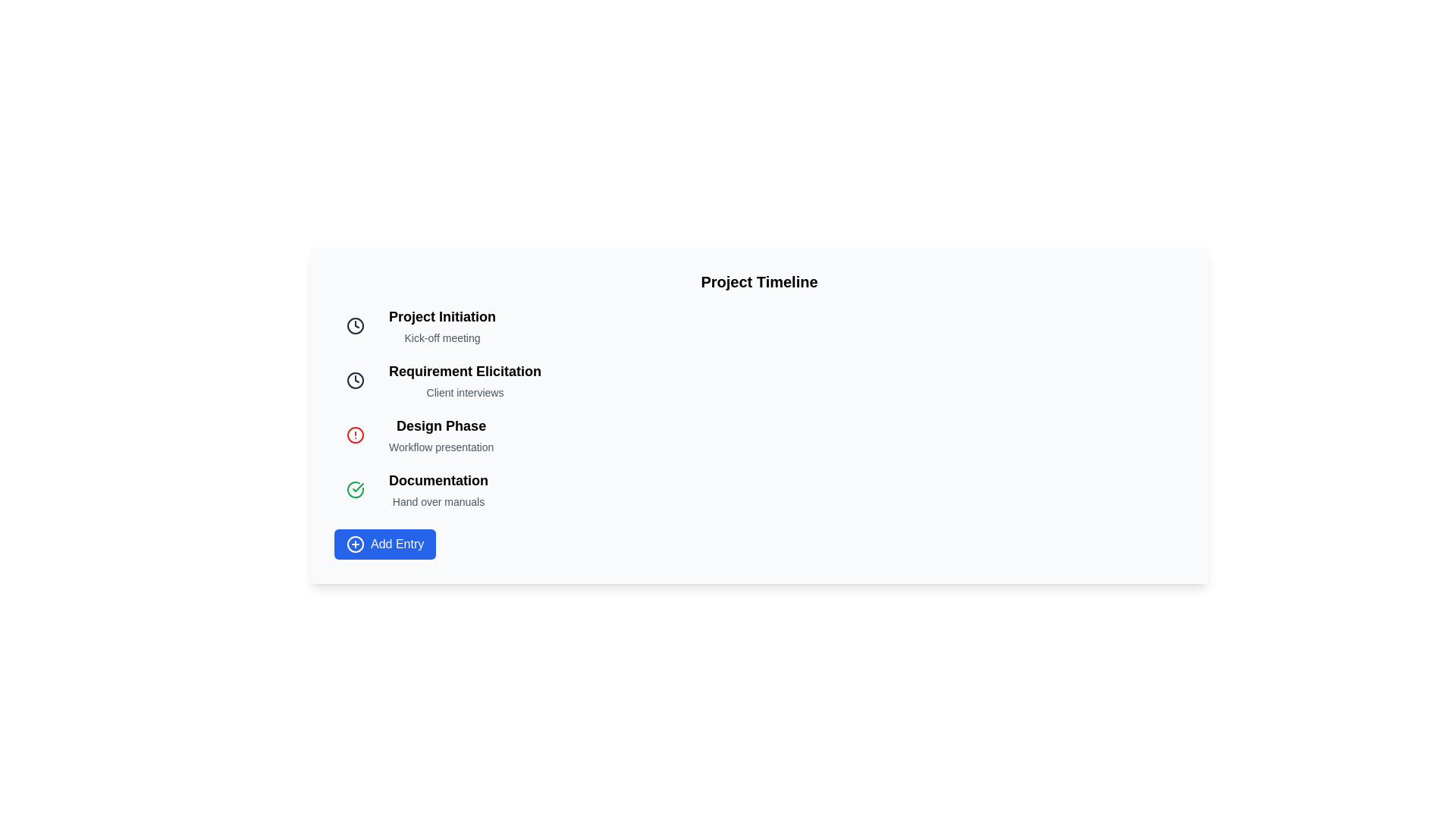  I want to click on Text Label element containing the bold text 'Requirement Elicitation' positioned above 'Client interviews' in the timeline list, so click(464, 371).